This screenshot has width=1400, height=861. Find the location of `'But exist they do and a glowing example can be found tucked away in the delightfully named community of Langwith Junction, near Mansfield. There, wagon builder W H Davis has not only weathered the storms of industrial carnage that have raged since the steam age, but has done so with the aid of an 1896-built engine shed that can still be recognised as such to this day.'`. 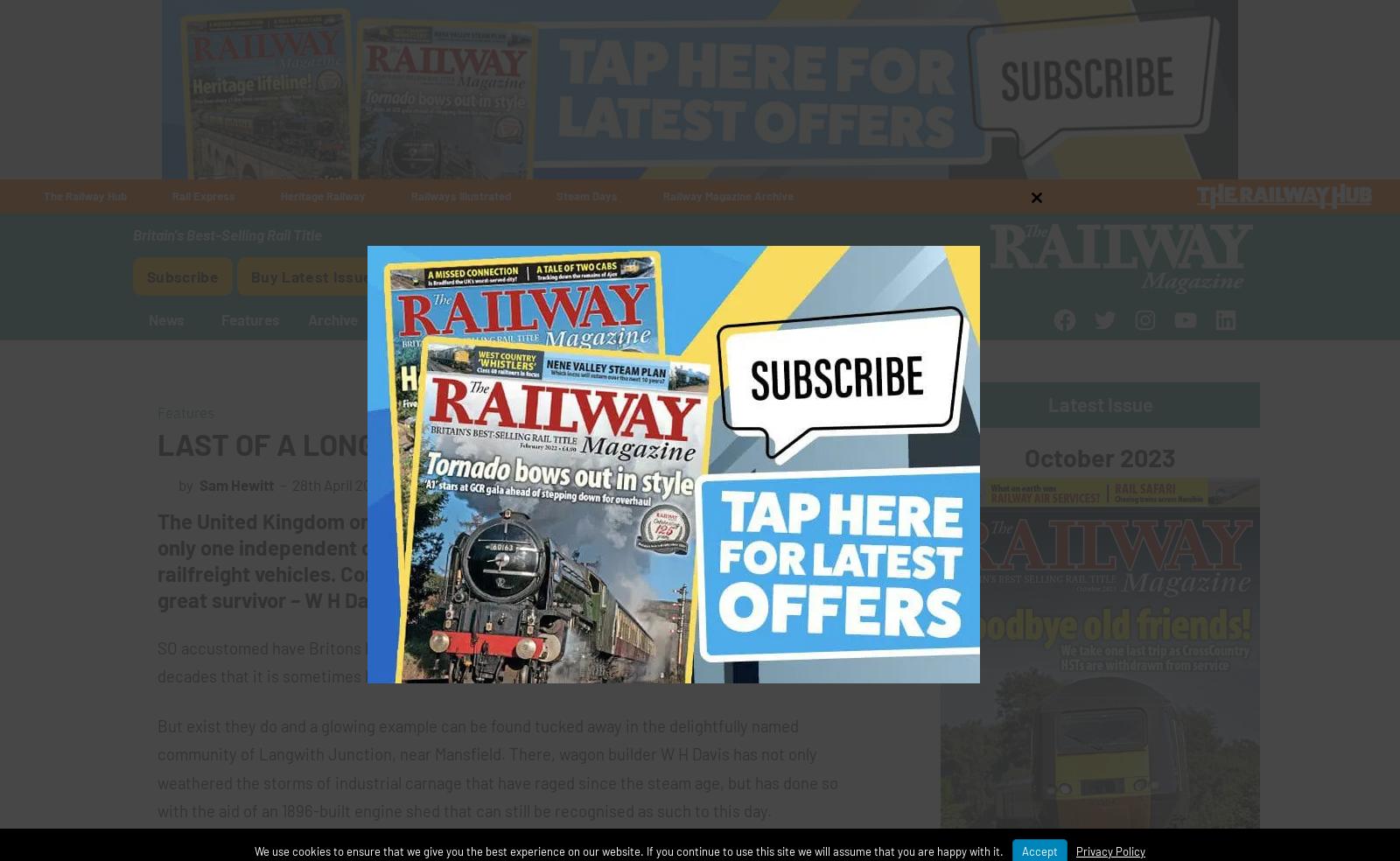

'But exist they do and a glowing example can be found tucked away in the delightfully named community of Langwith Junction, near Mansfield. There, wagon builder W H Davis has not only weathered the storms of industrial carnage that have raged since the steam age, but has done so with the aid of an 1896-built engine shed that can still be recognised as such to this day.' is located at coordinates (496, 767).